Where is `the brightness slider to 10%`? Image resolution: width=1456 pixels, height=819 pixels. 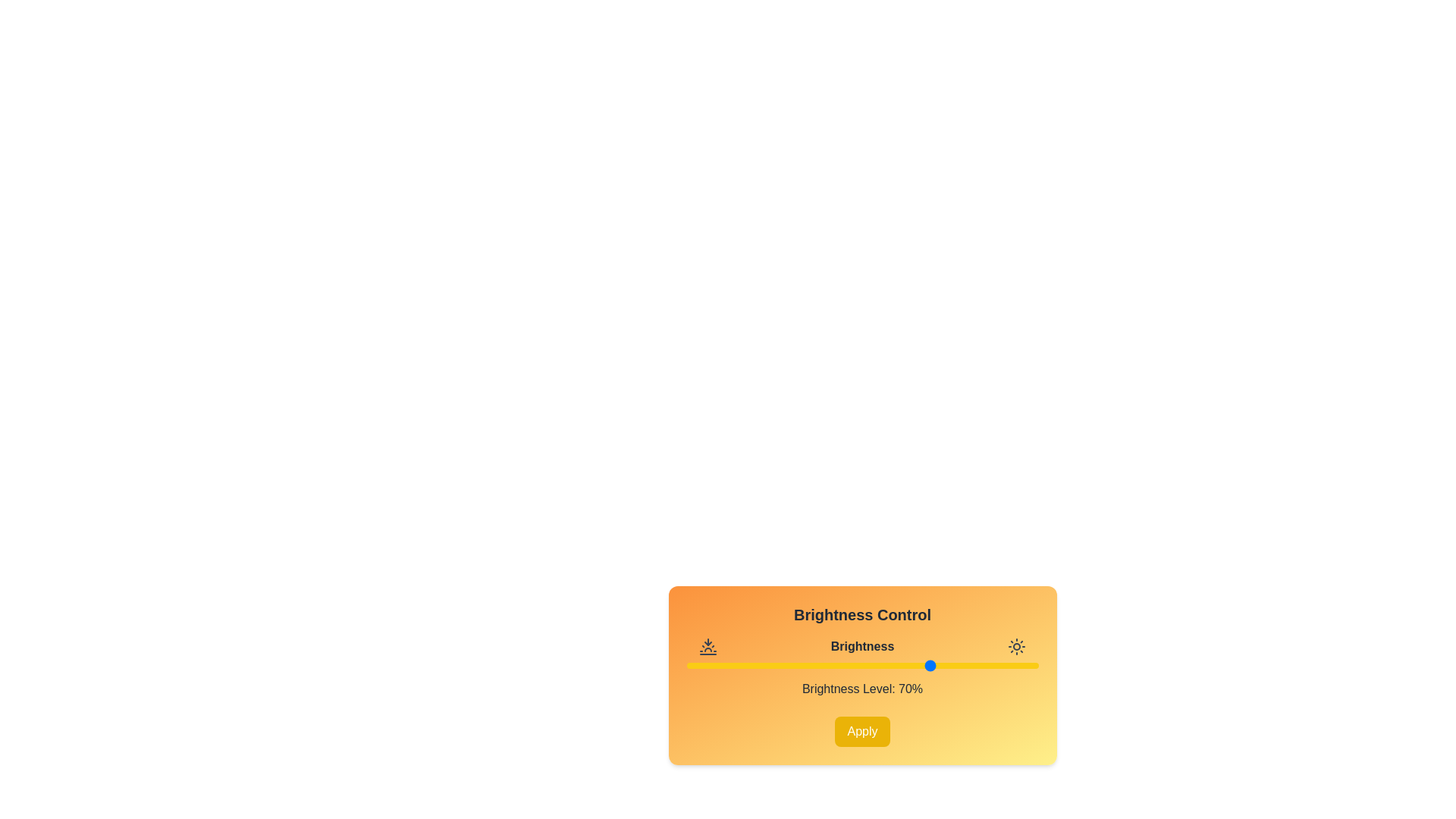
the brightness slider to 10% is located at coordinates (720, 665).